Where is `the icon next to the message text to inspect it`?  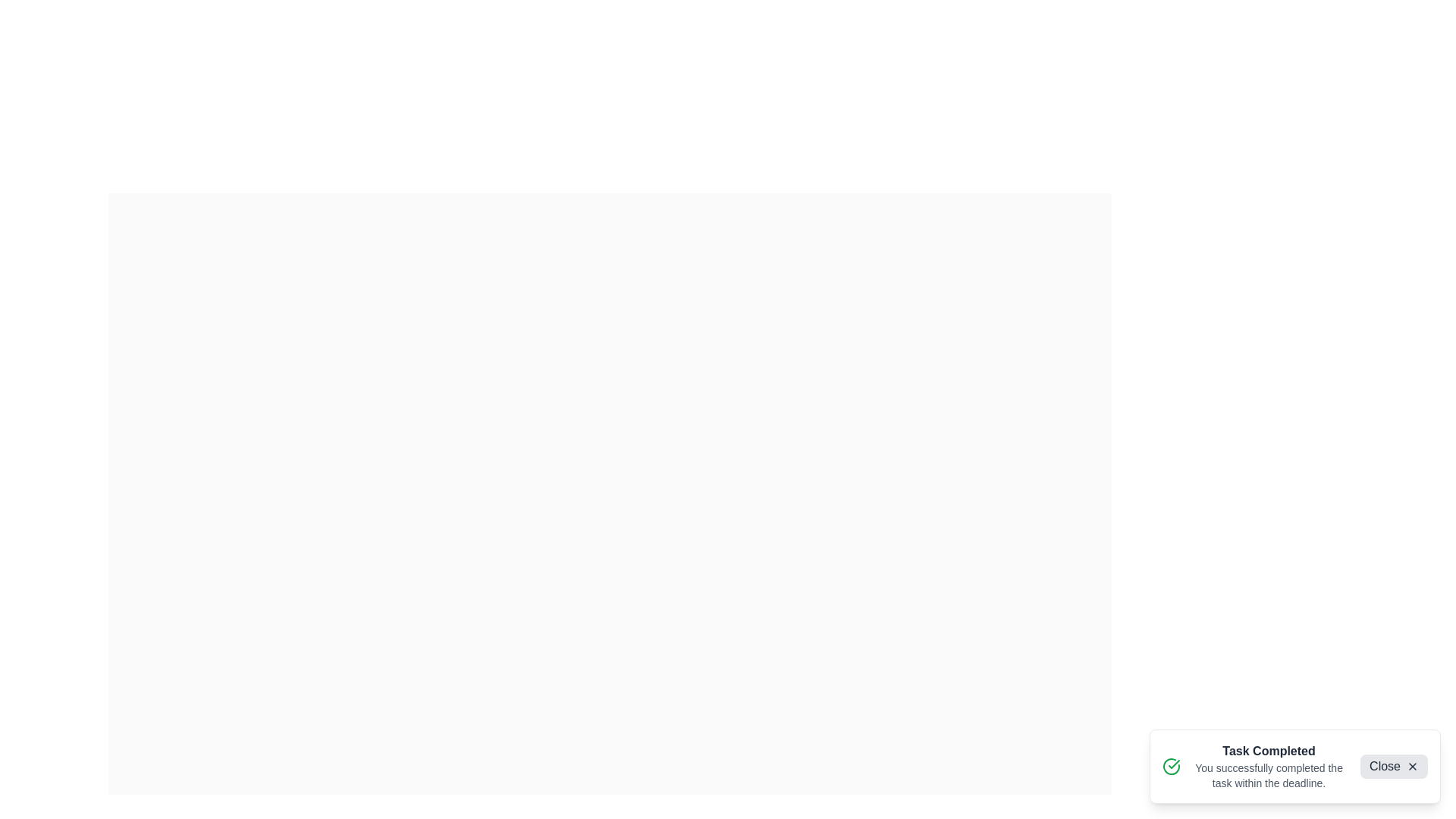
the icon next to the message text to inspect it is located at coordinates (1171, 766).